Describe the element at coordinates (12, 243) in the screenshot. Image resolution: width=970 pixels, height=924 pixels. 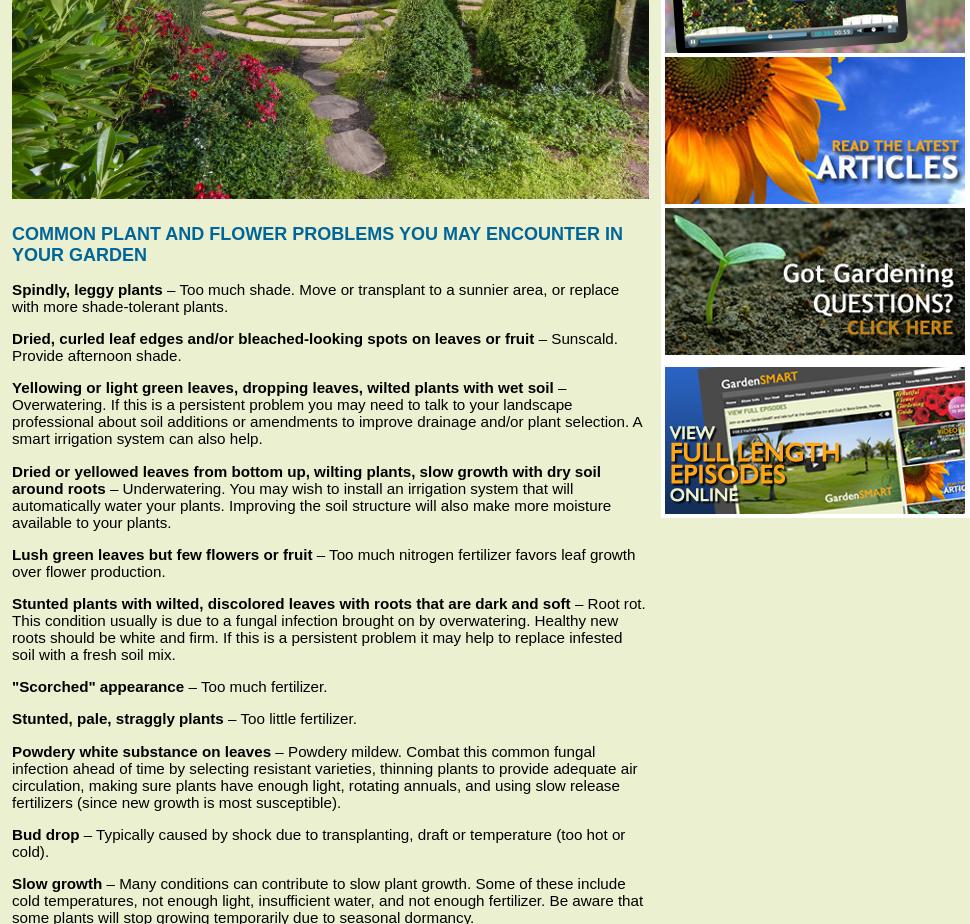
I see `'Common Plant and Flower Problems You May Encounter in Your Garden'` at that location.